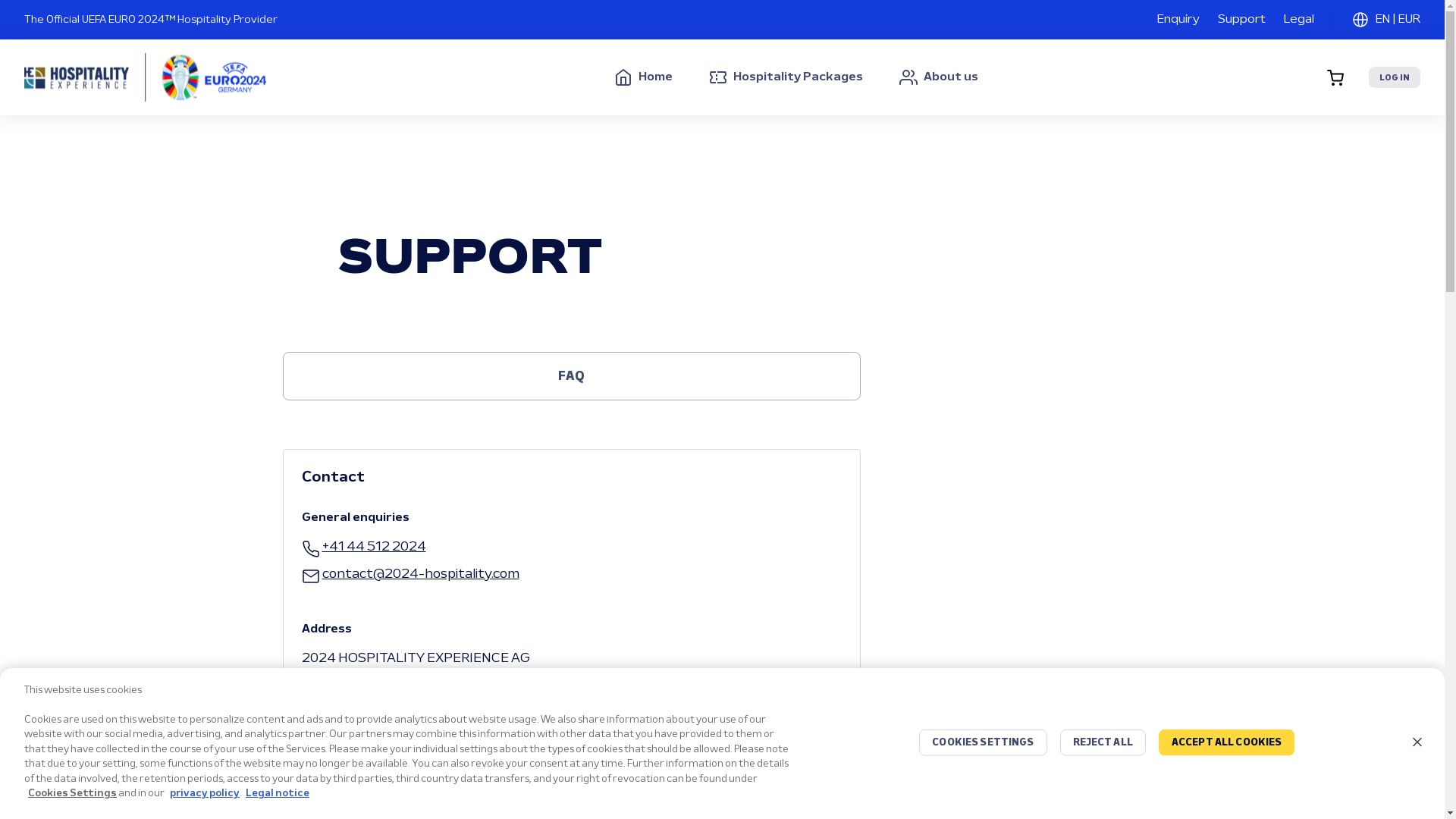 Image resolution: width=1456 pixels, height=819 pixels. I want to click on 'Cookies Settings', so click(71, 792).